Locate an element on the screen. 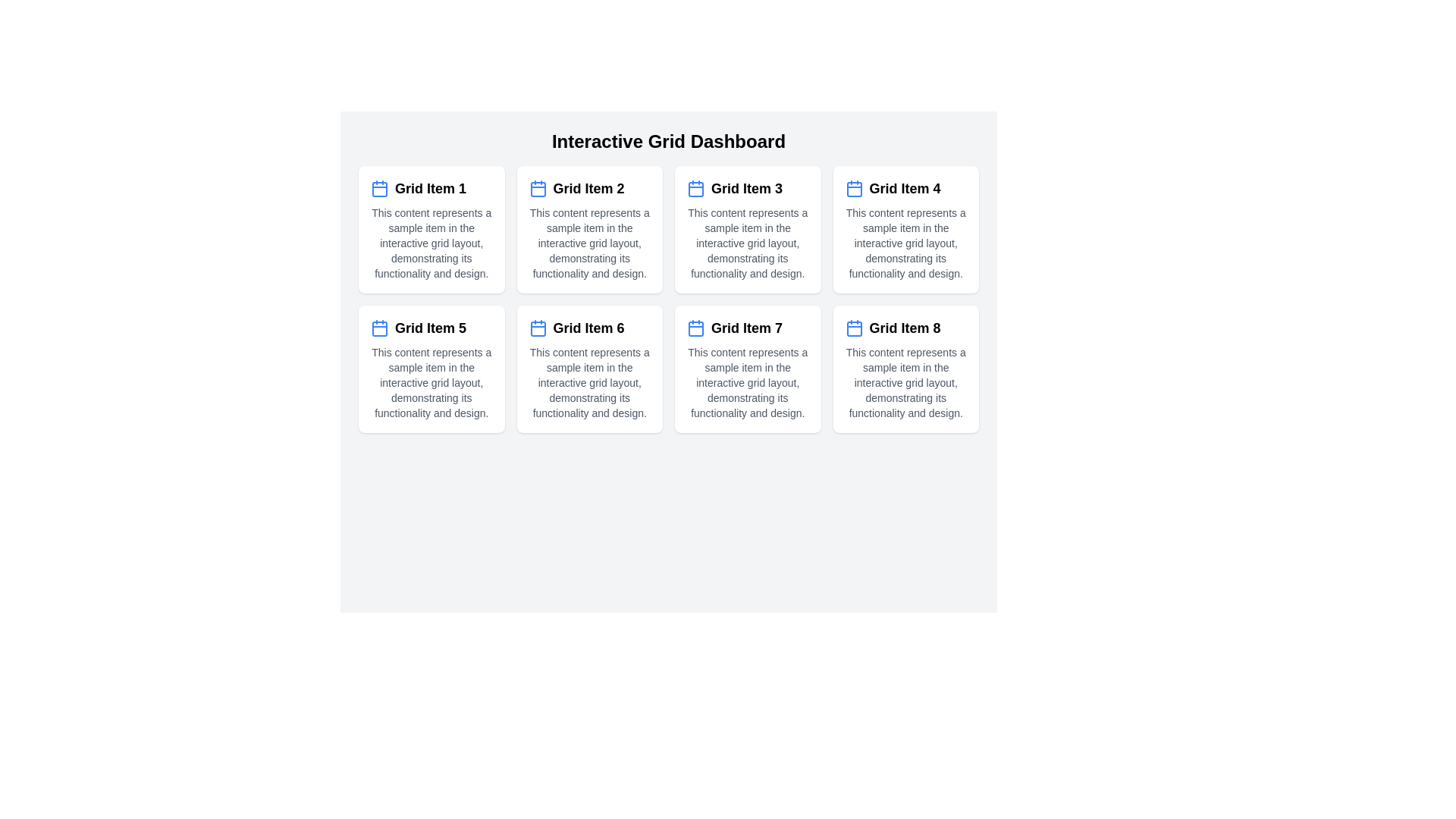  the Informational Card, which is the third item in the second row of a 4x2 grid layout, positioned centrally below 'Grid Item 2' and 'Grid Item 7', and to the right of 'Grid Item 5' is located at coordinates (588, 369).